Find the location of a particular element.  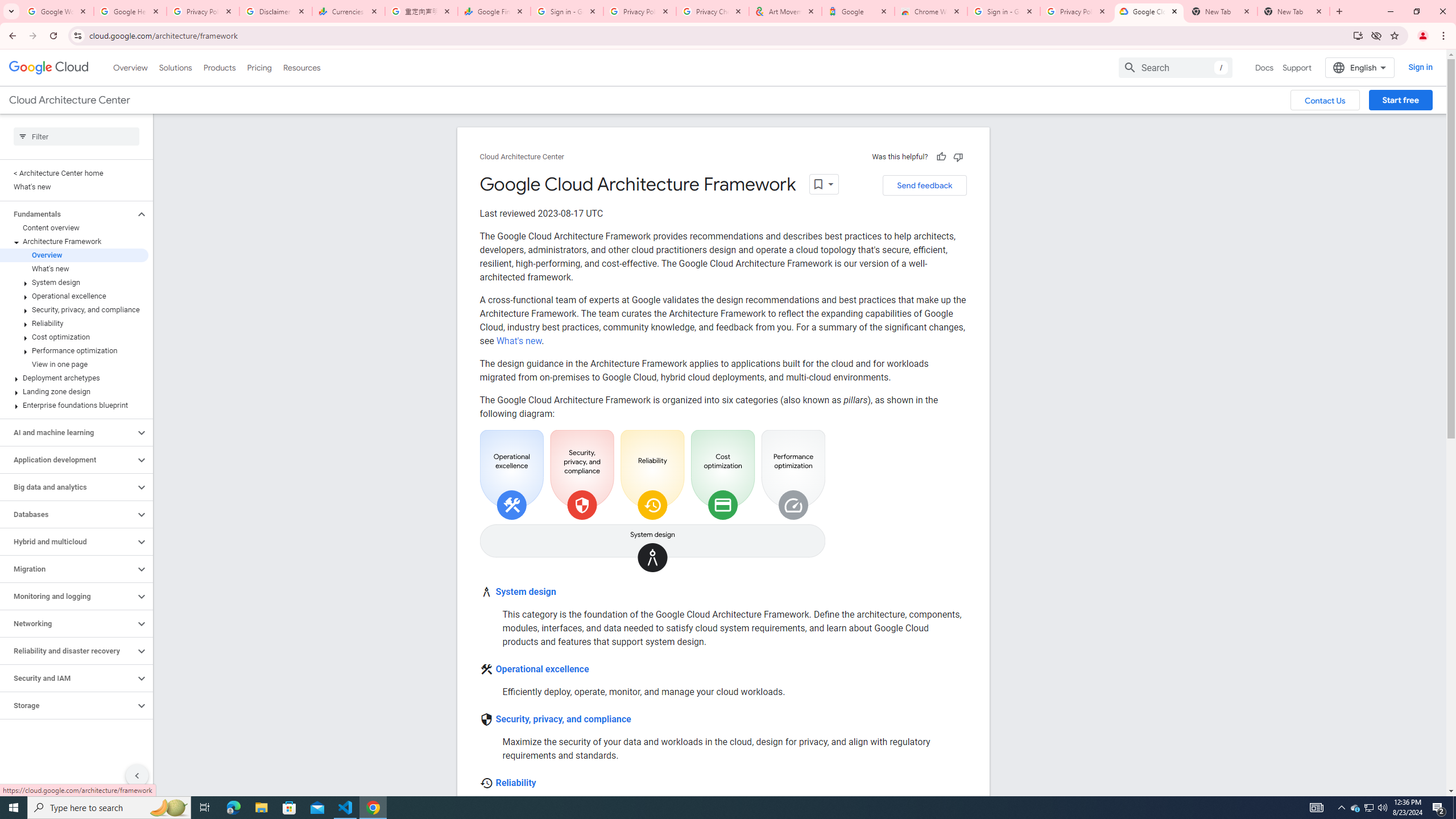

'Storage' is located at coordinates (67, 705).